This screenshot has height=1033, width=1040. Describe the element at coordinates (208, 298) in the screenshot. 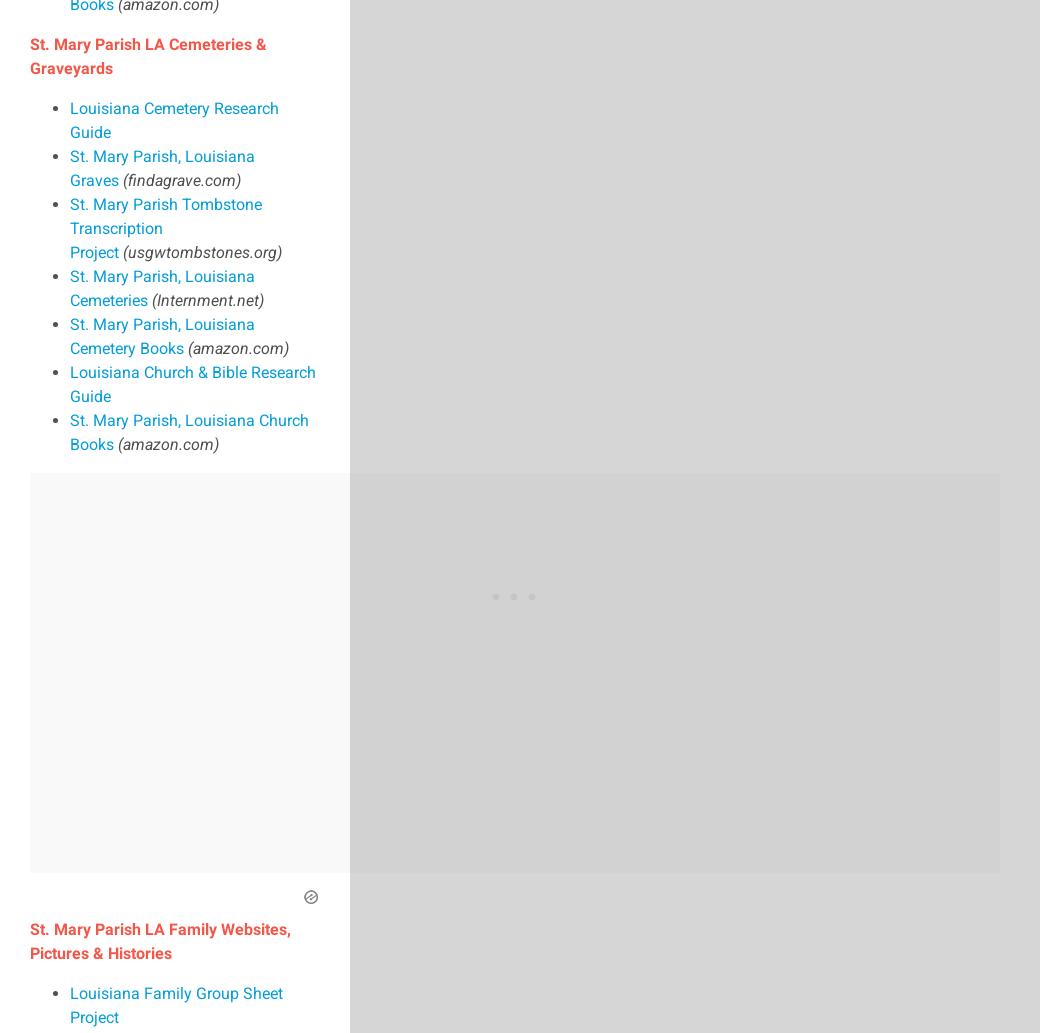

I see `'(Internment.net)'` at that location.